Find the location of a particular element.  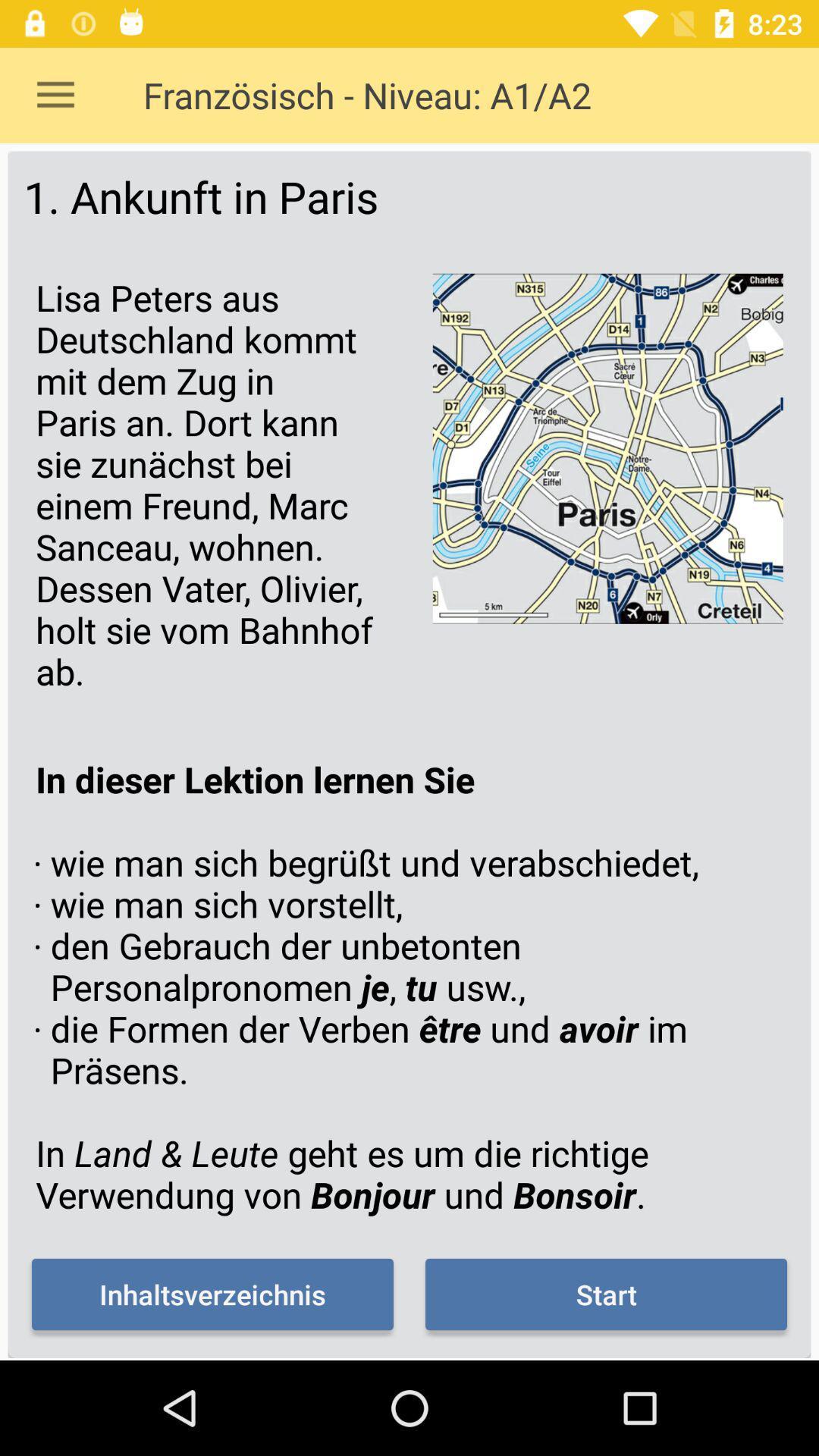

start item is located at coordinates (605, 1294).